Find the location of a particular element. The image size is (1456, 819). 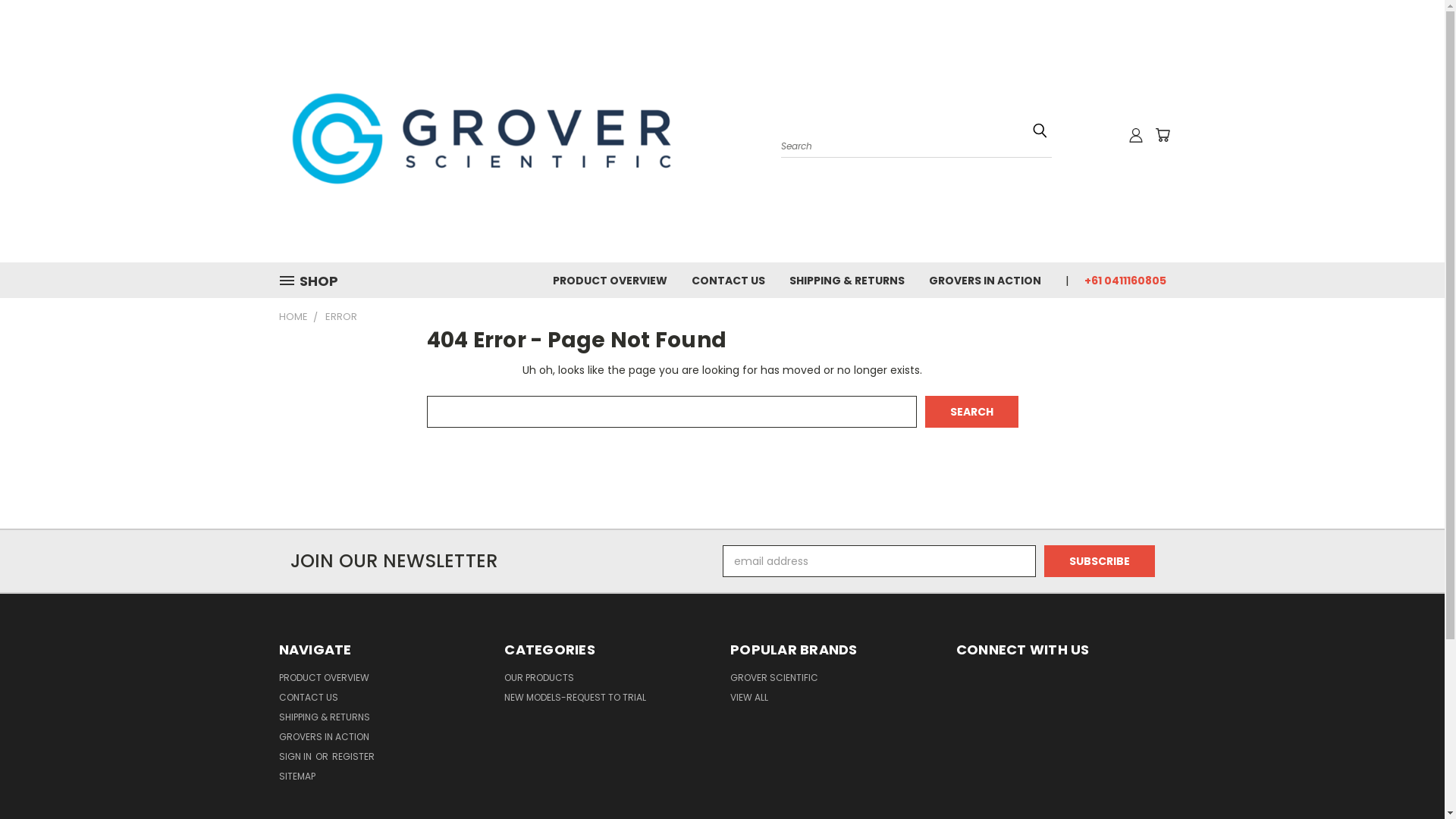

'SHOP' is located at coordinates (313, 281).